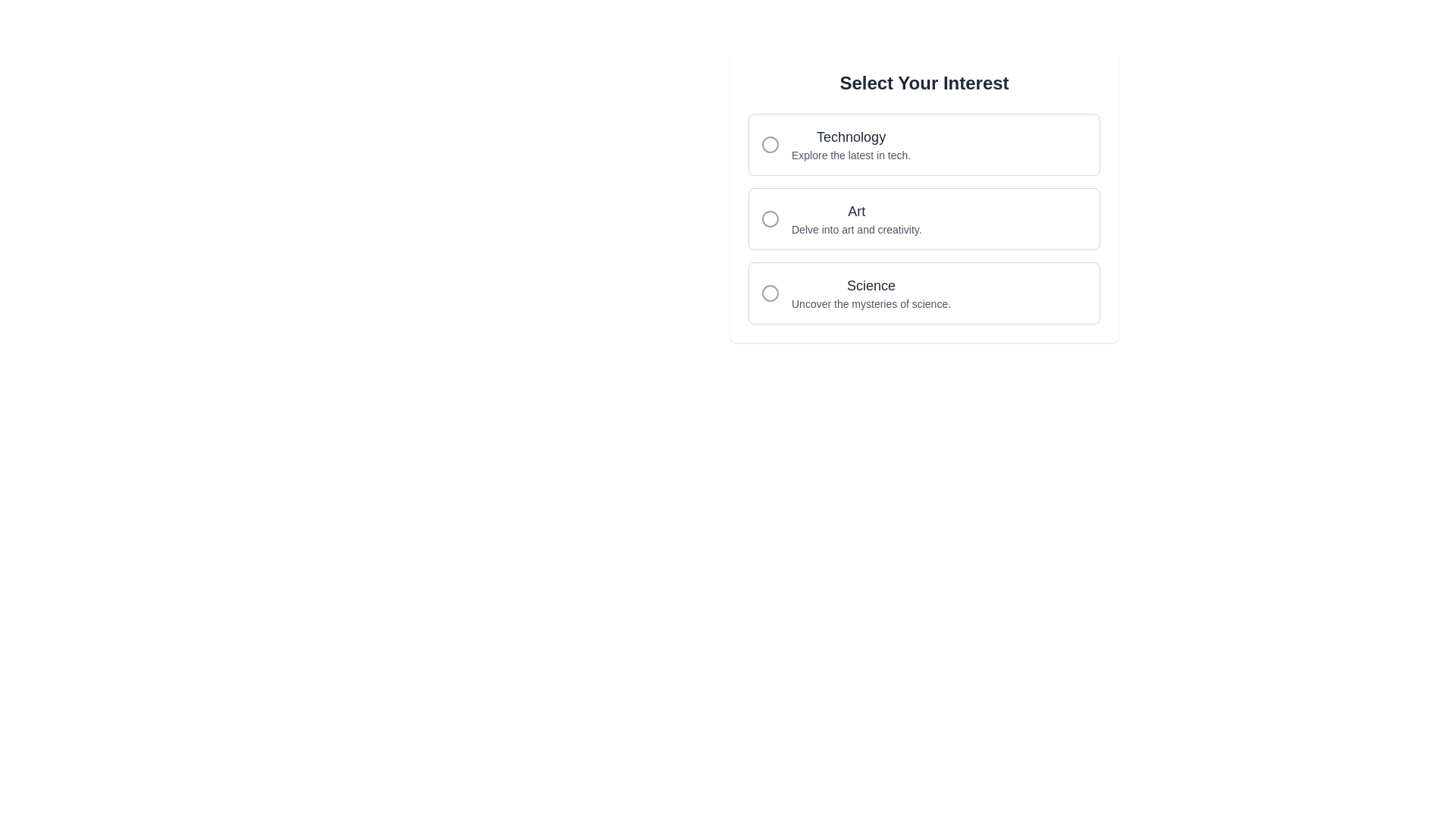 This screenshot has height=819, width=1456. Describe the element at coordinates (856, 219) in the screenshot. I see `the Text Block containing 'Art' and 'Delve into art and creativity'` at that location.